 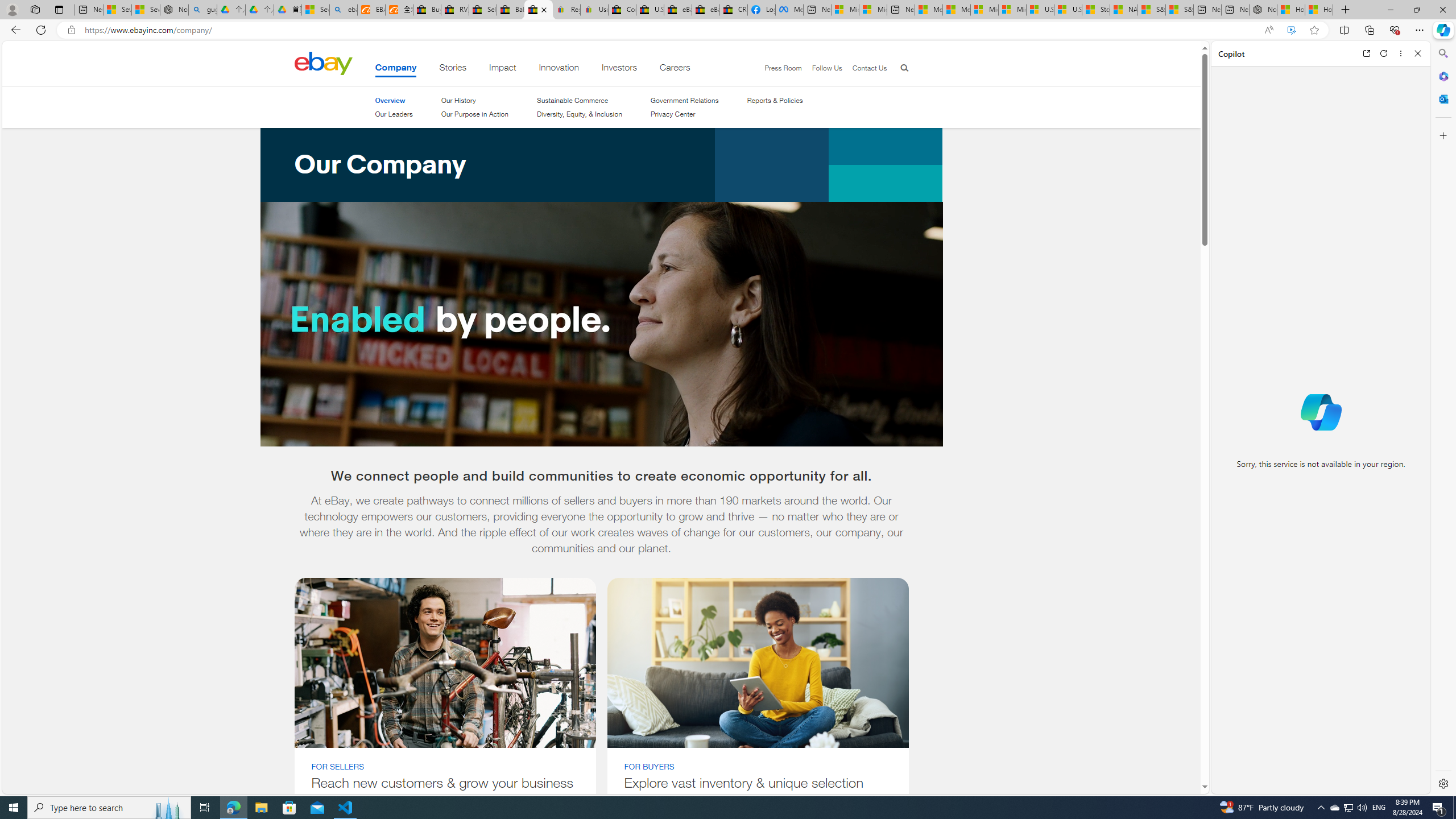 What do you see at coordinates (201, 9) in the screenshot?
I see `'guge yunpan - Search'` at bounding box center [201, 9].